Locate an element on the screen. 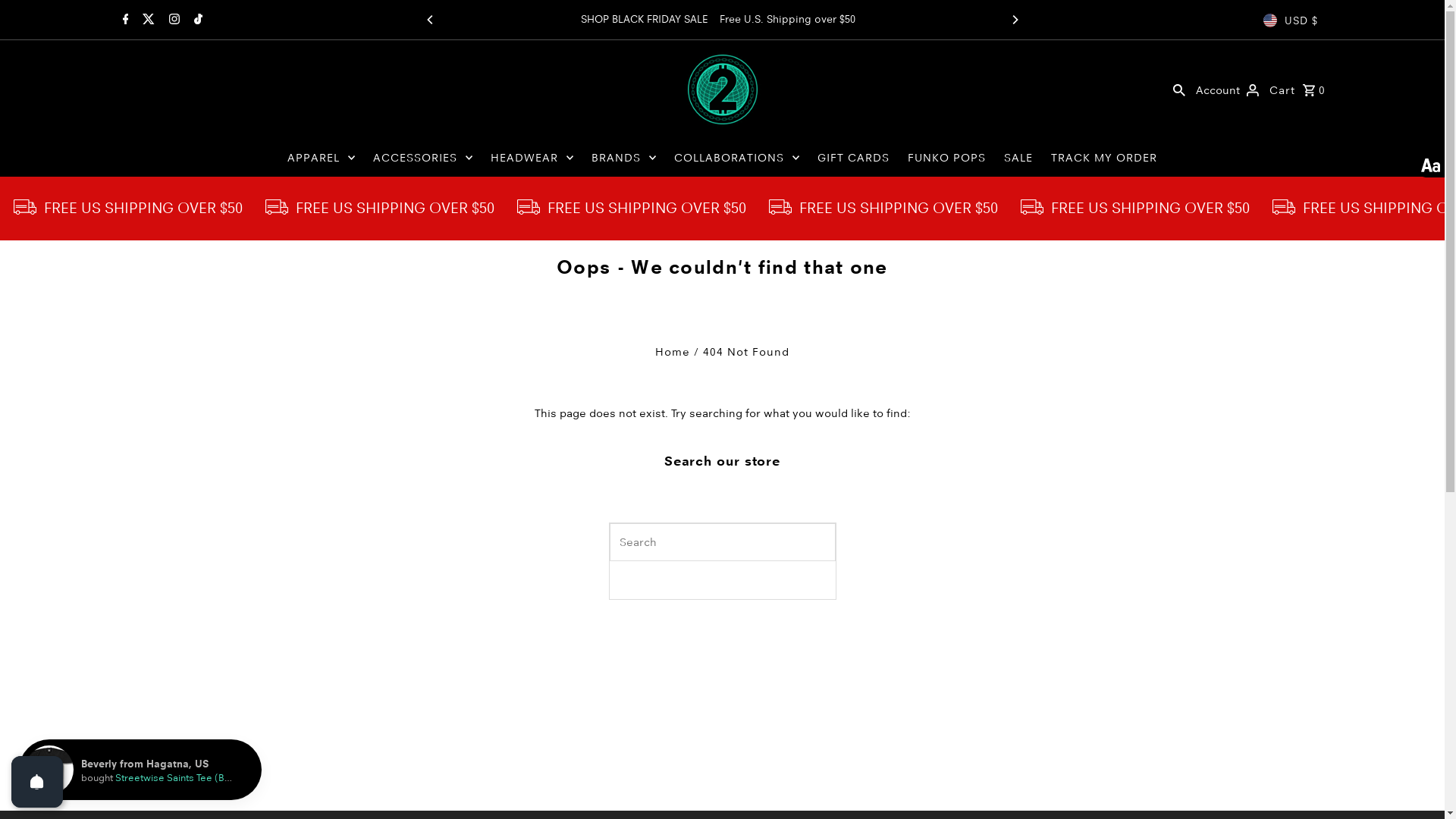 This screenshot has height=819, width=1456. 'HEADWEAR' is located at coordinates (482, 158).